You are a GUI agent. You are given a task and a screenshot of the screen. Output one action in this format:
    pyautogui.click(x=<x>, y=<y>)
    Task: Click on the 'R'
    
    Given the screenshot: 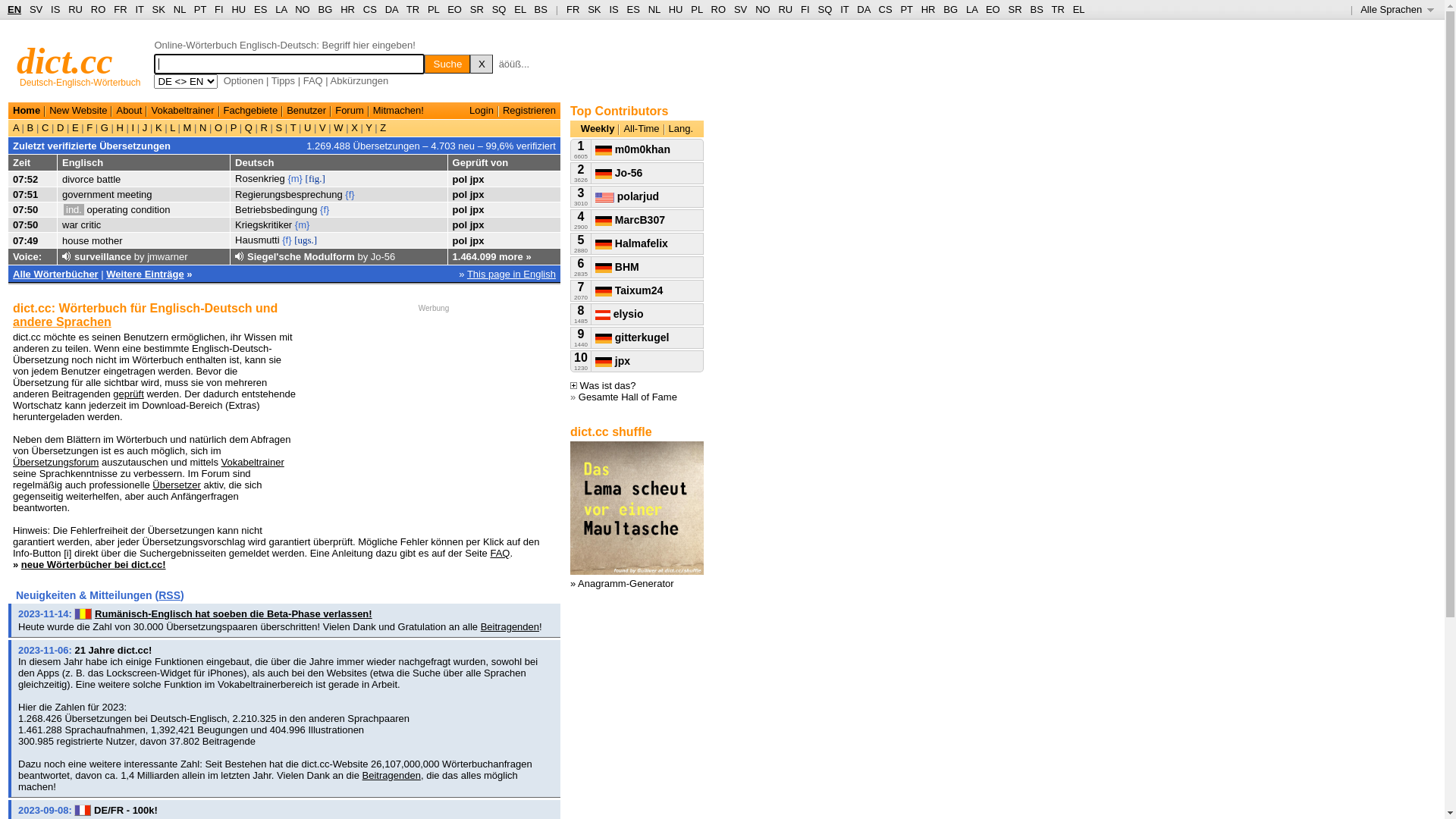 What is the action you would take?
    pyautogui.click(x=258, y=127)
    